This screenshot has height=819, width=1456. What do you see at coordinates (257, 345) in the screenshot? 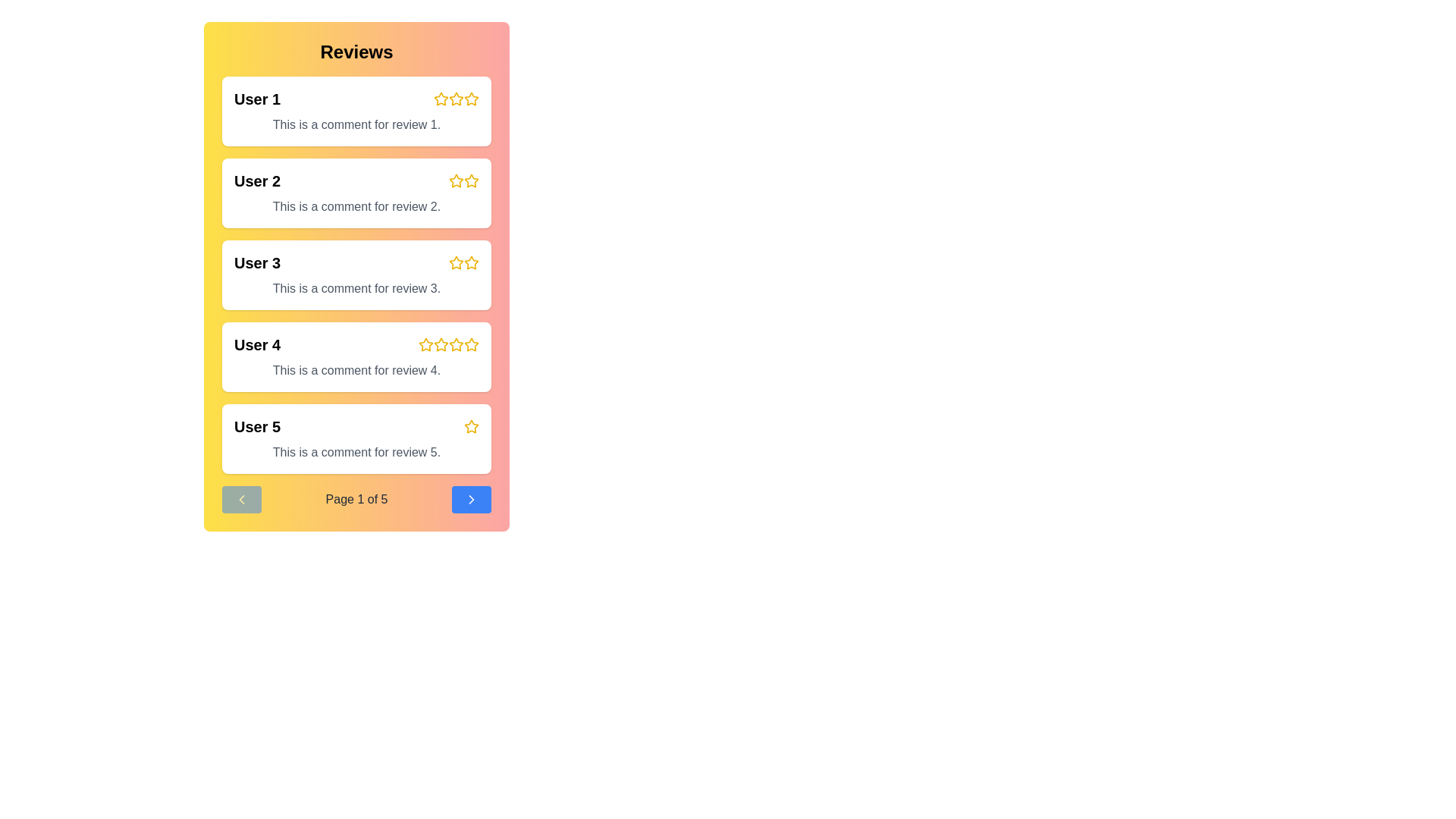
I see `text from the text label displaying 'User 4', which is the fourth in a vertical list of user reviews` at bounding box center [257, 345].